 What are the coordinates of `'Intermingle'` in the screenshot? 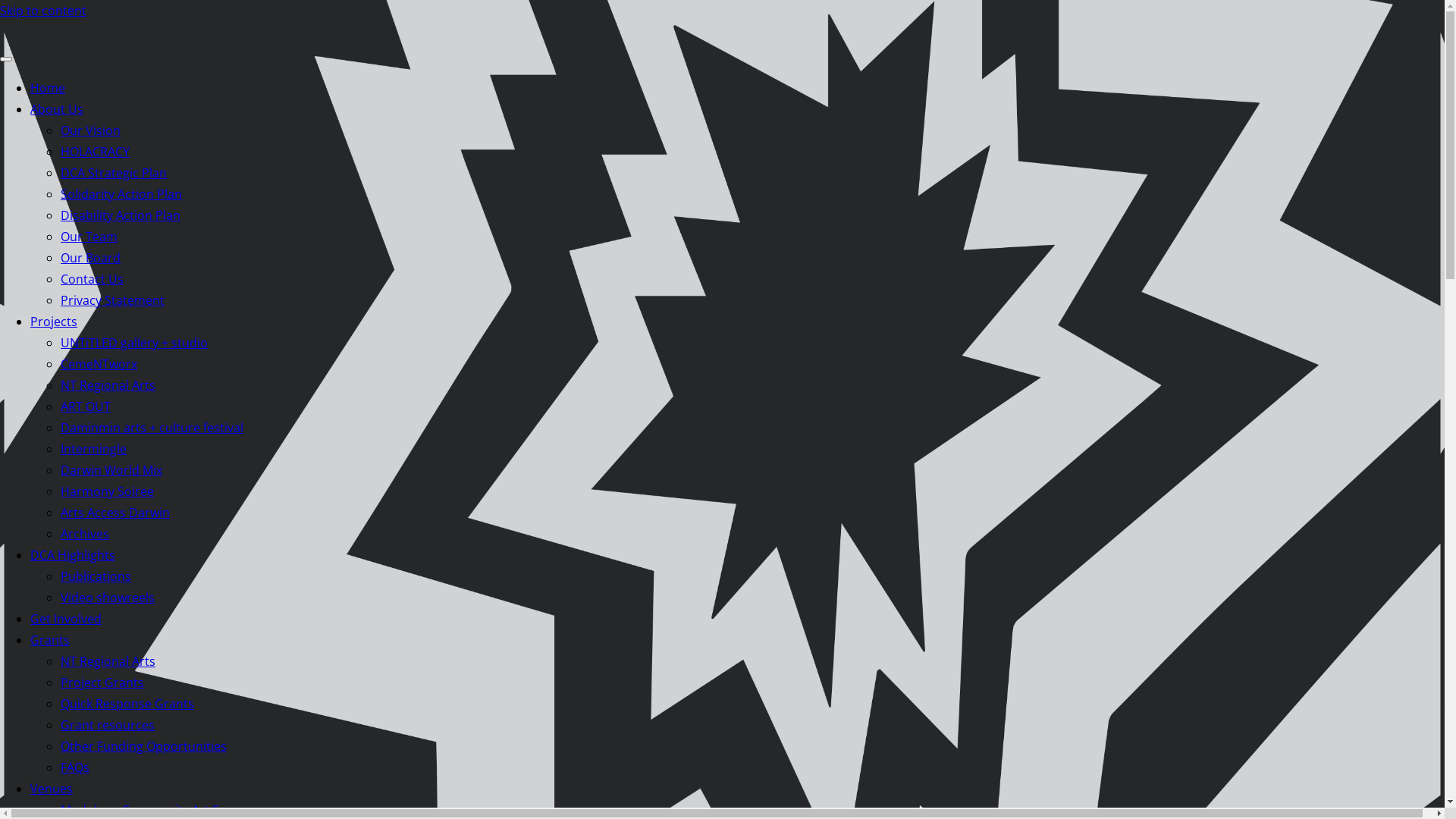 It's located at (61, 447).